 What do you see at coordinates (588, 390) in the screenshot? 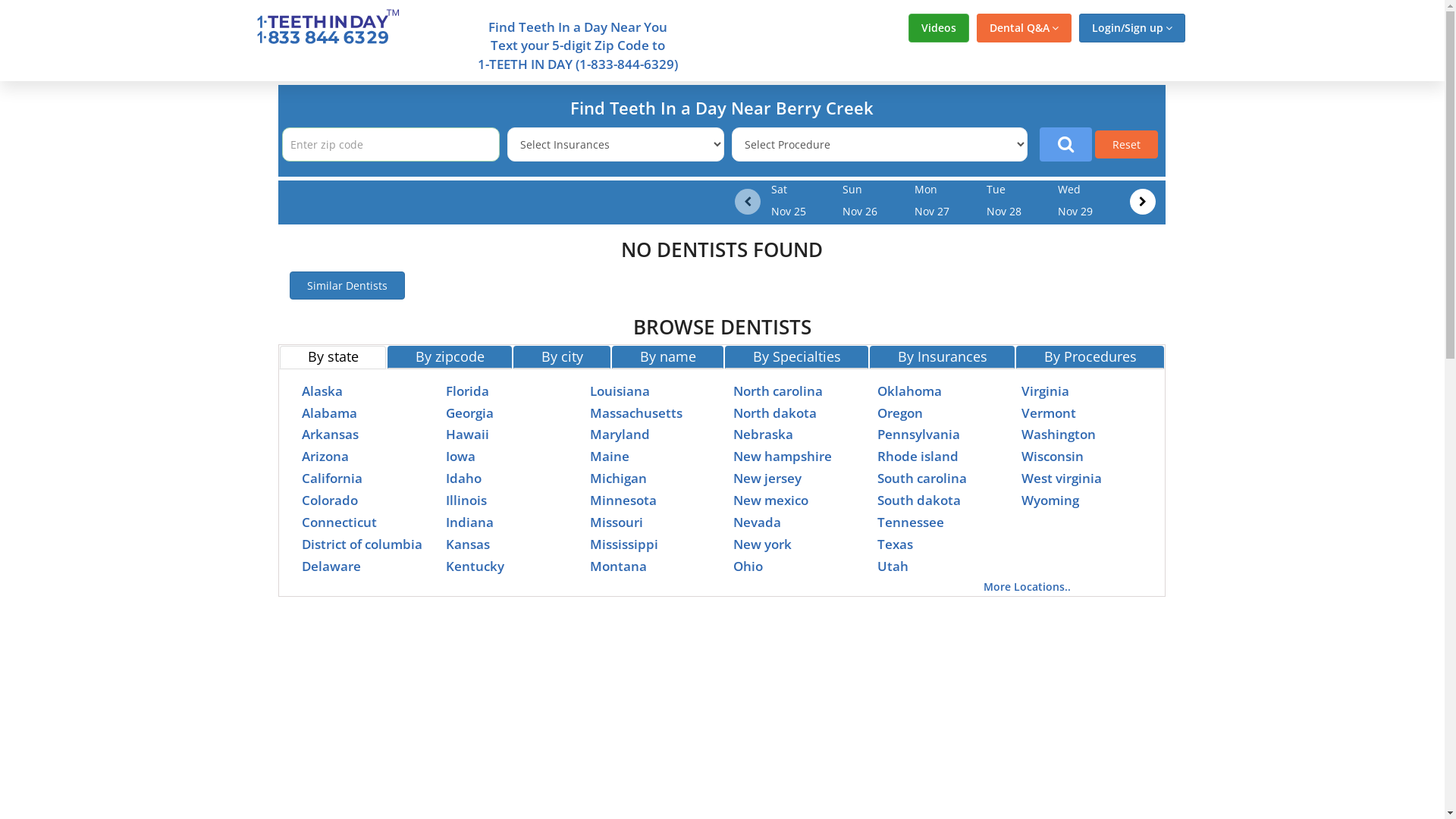
I see `'Louisiana'` at bounding box center [588, 390].